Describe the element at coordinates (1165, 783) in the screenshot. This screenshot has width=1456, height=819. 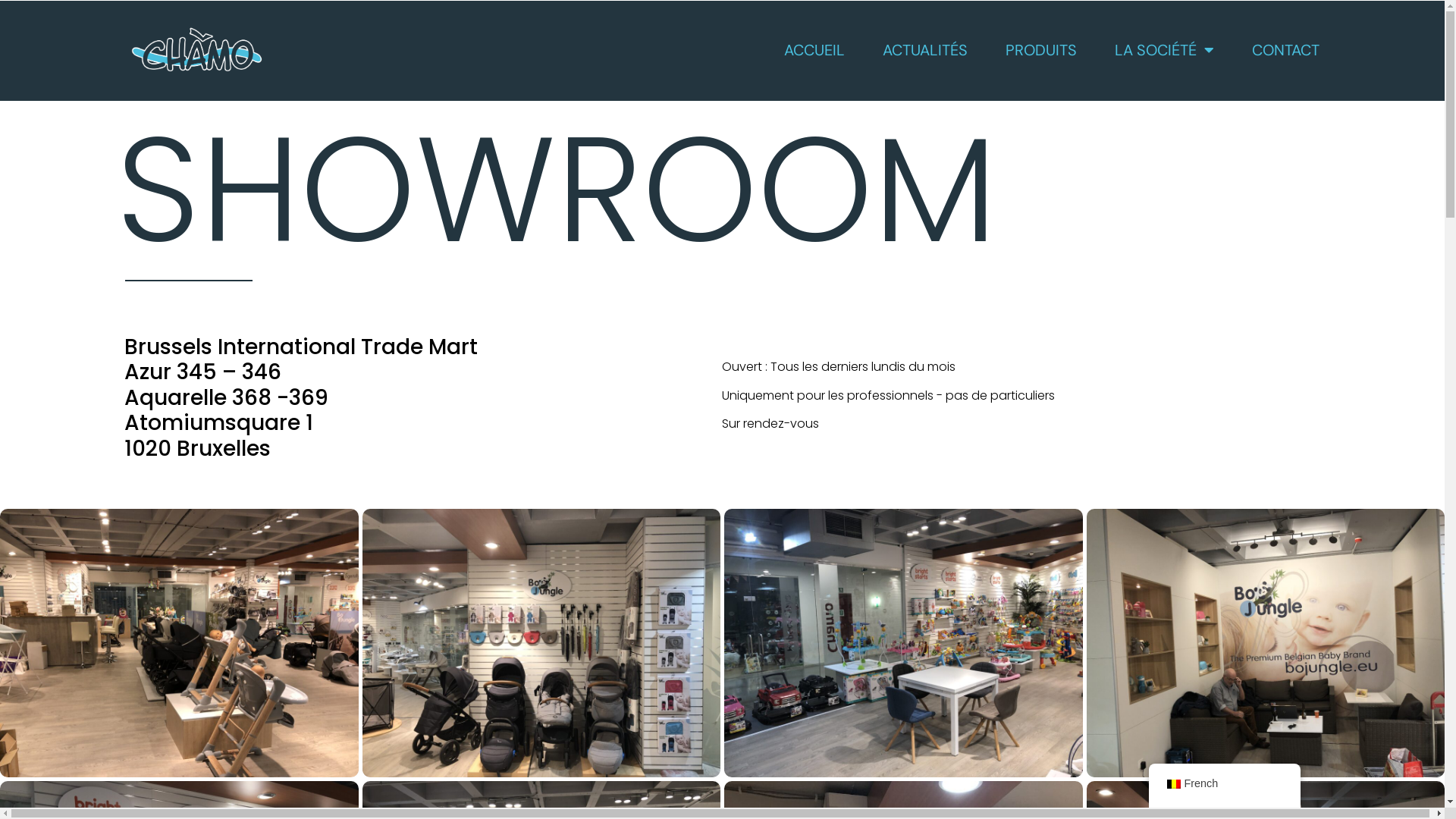
I see `'French'` at that location.